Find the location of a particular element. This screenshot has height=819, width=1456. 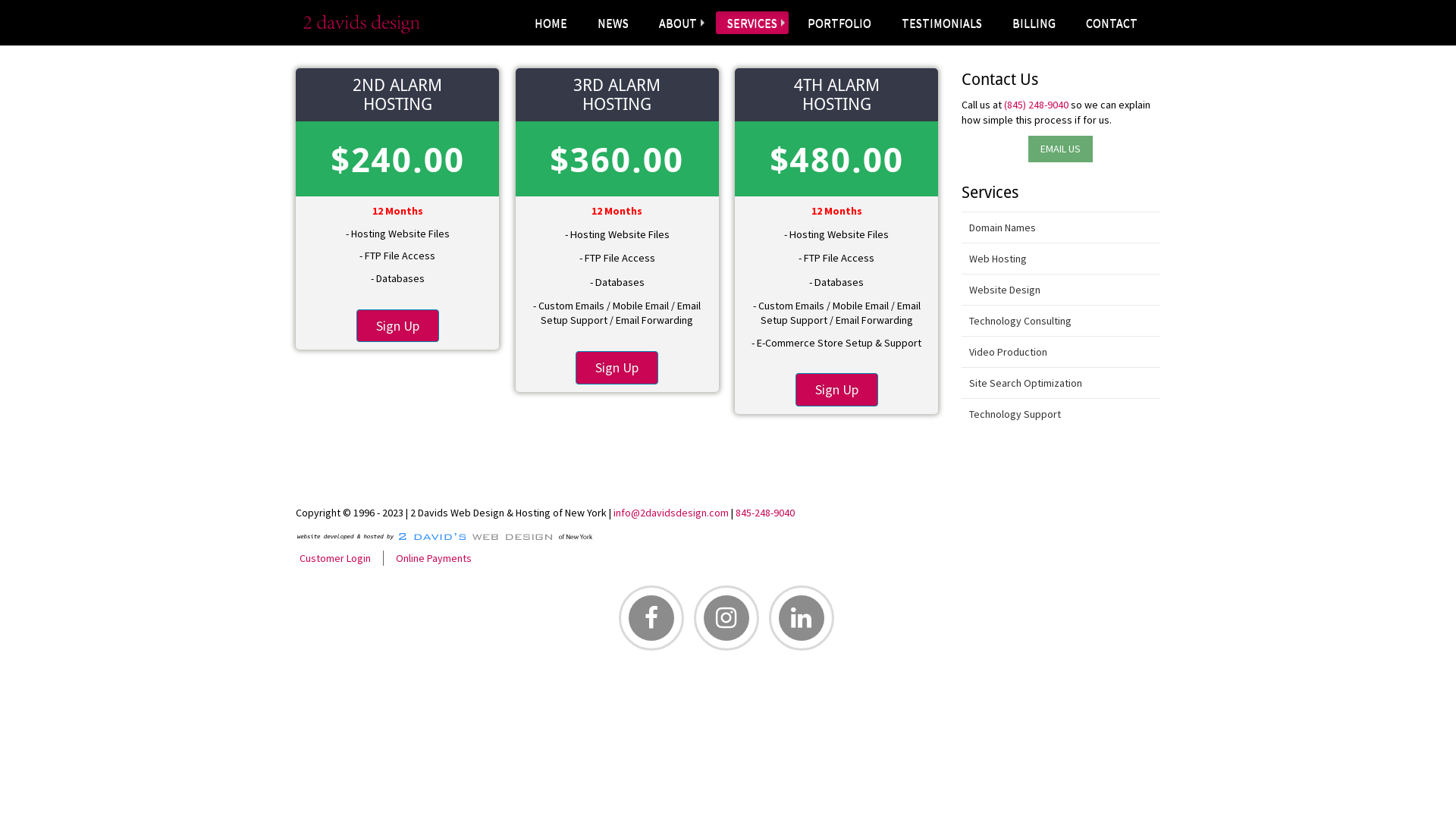

'Technology Support' is located at coordinates (1060, 414).